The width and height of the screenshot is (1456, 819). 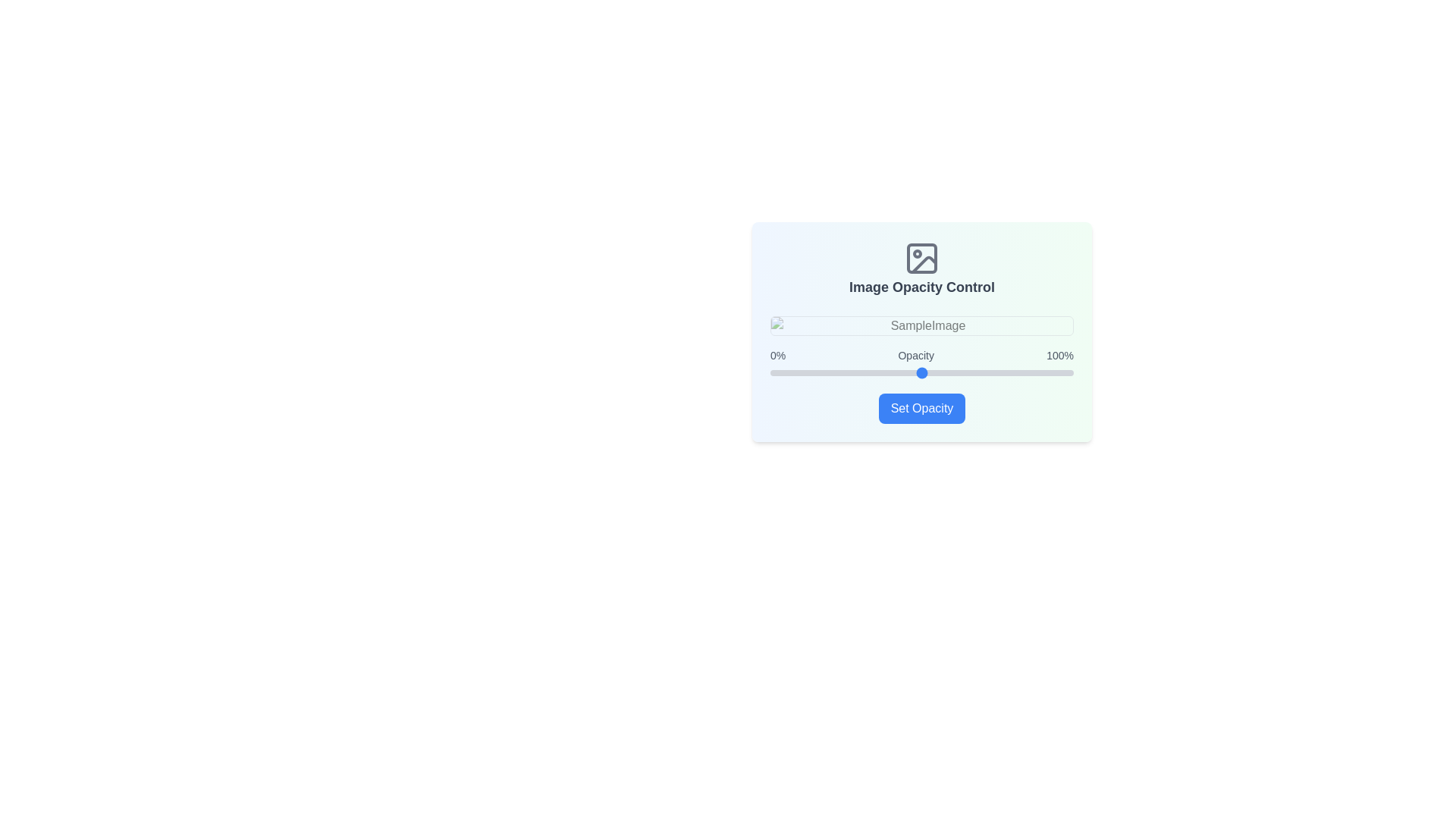 I want to click on the slider to set the opacity to 13%, so click(x=809, y=373).